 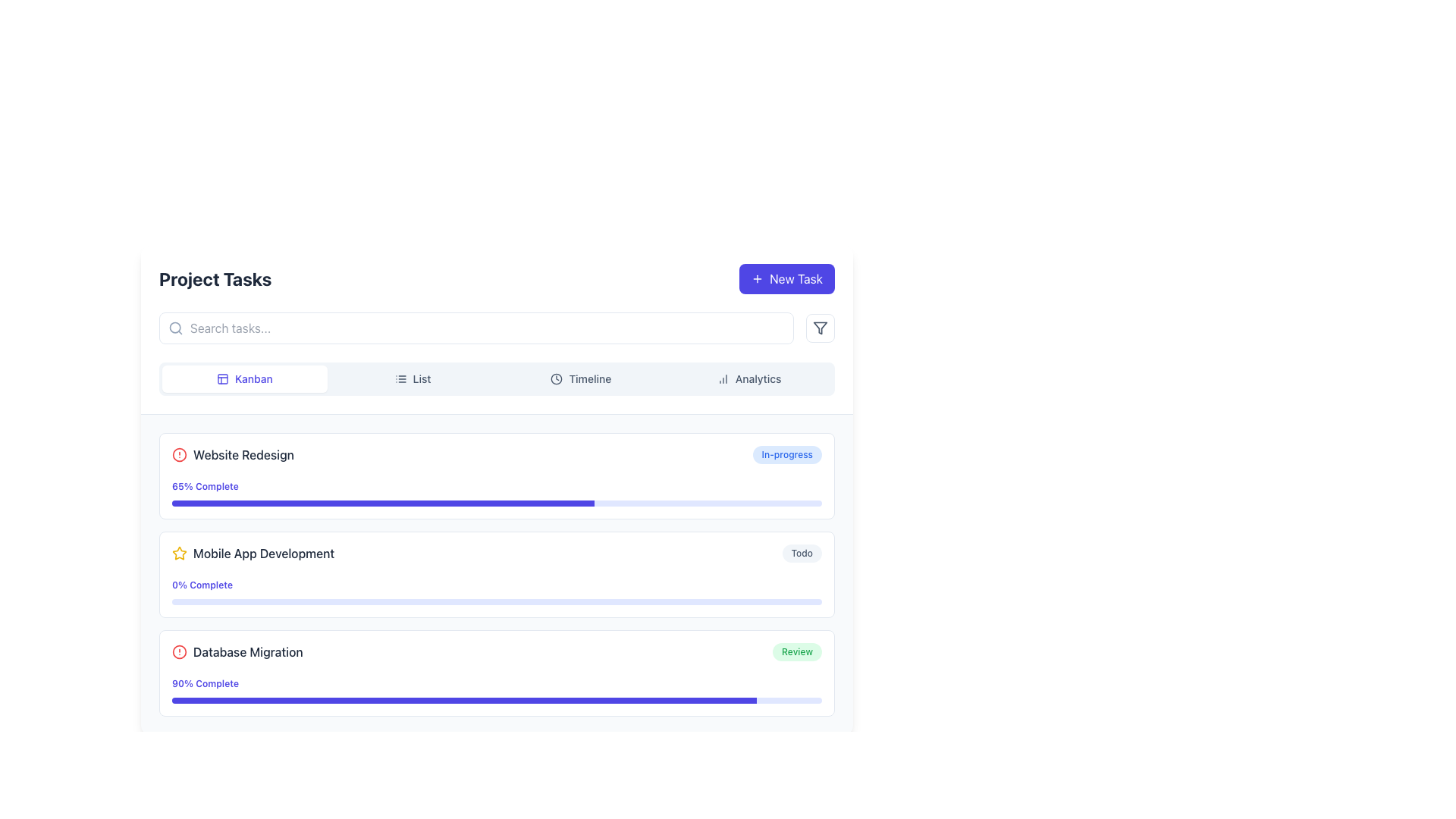 What do you see at coordinates (801, 553) in the screenshot?
I see `the pill-shaped badge labeled 'Todo' with a light gray background and dark gray text, located in the rightmost section of the 'Mobile App Development' item row in the project tasks list` at bounding box center [801, 553].